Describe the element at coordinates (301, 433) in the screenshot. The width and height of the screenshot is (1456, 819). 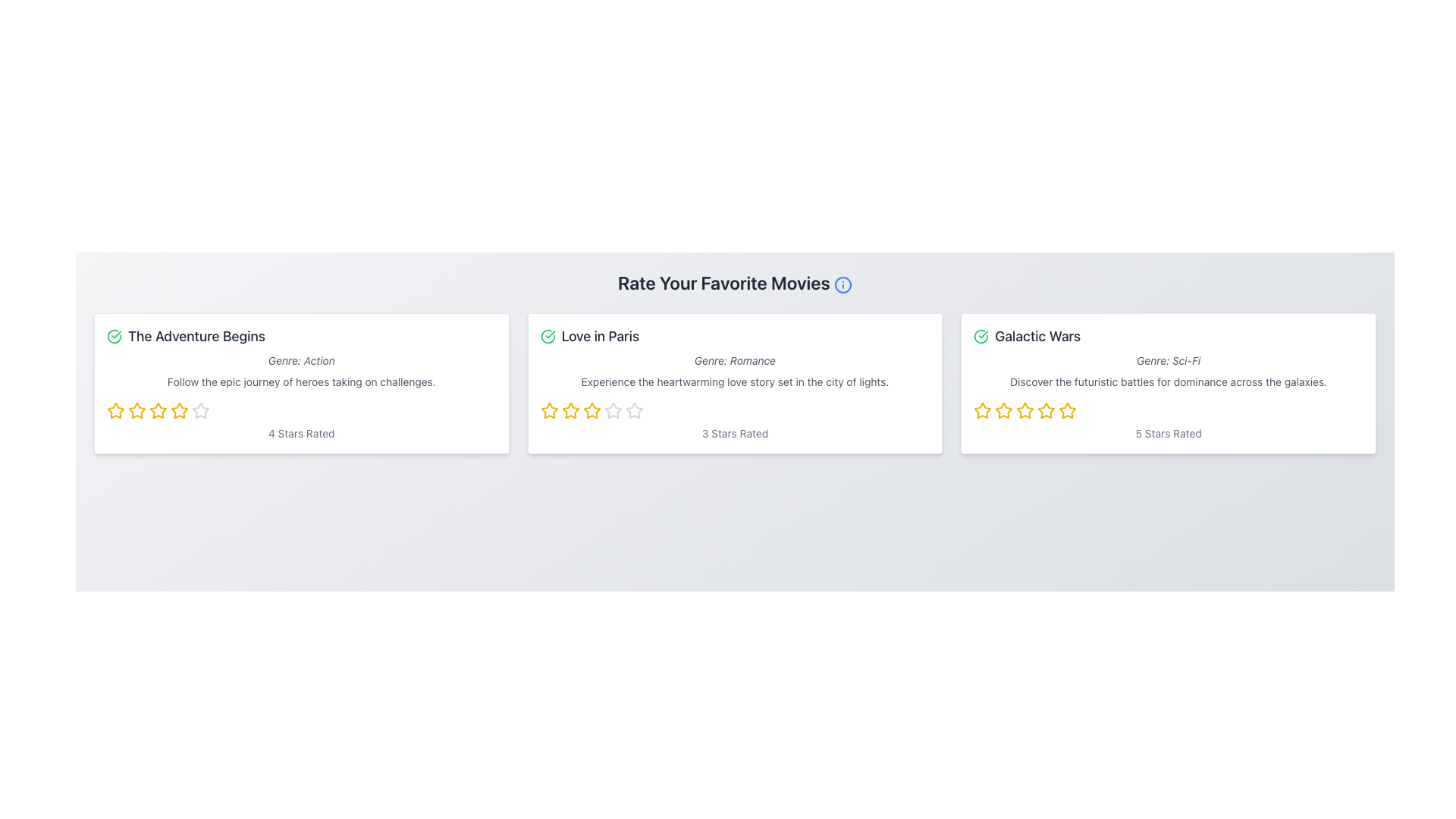
I see `the text display that shows '4 Stars Rated', which is located beneath the star rating display in the card titled 'The Adventure Begins'` at that location.